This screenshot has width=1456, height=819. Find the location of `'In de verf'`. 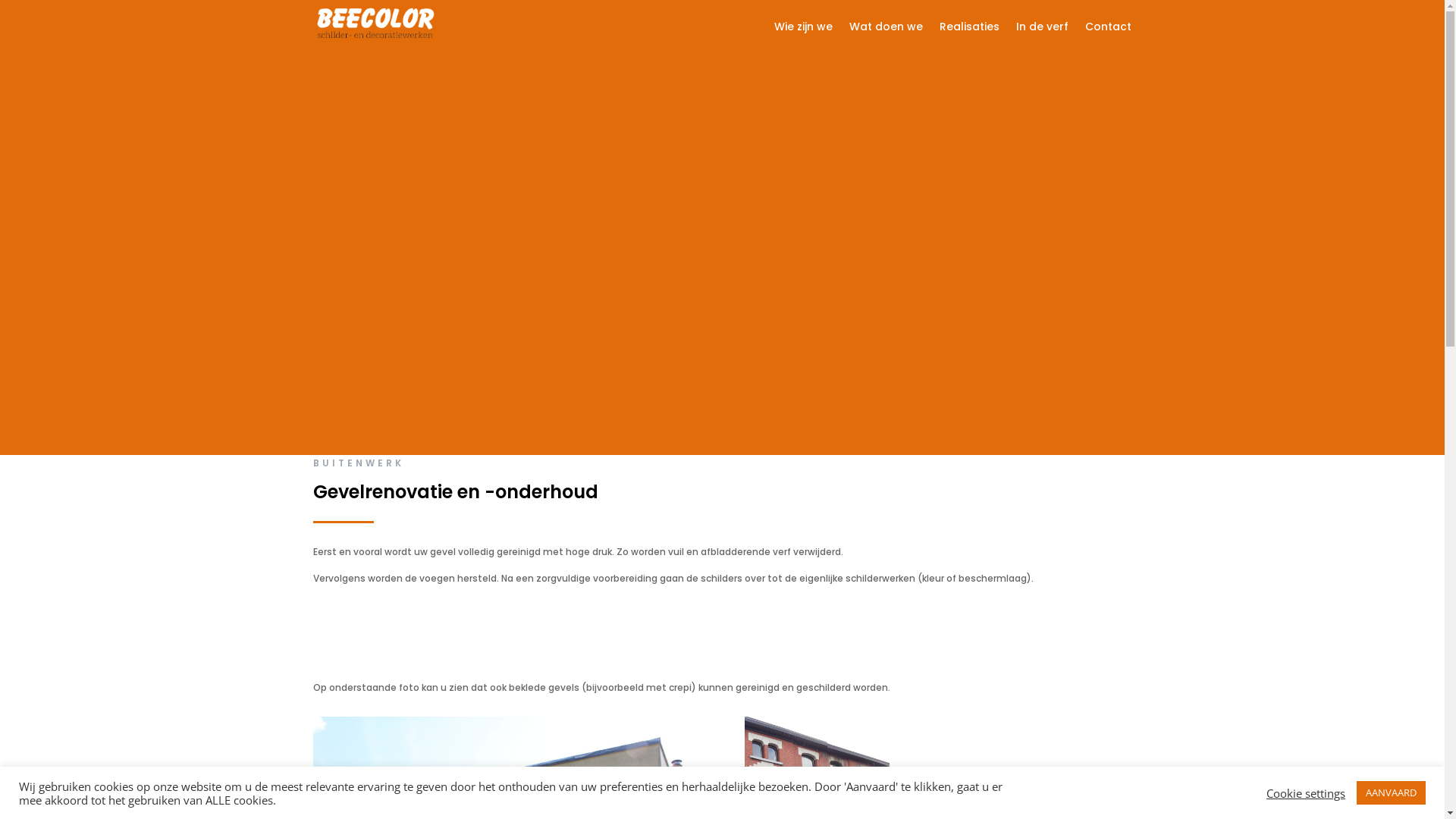

'In de verf' is located at coordinates (1041, 29).